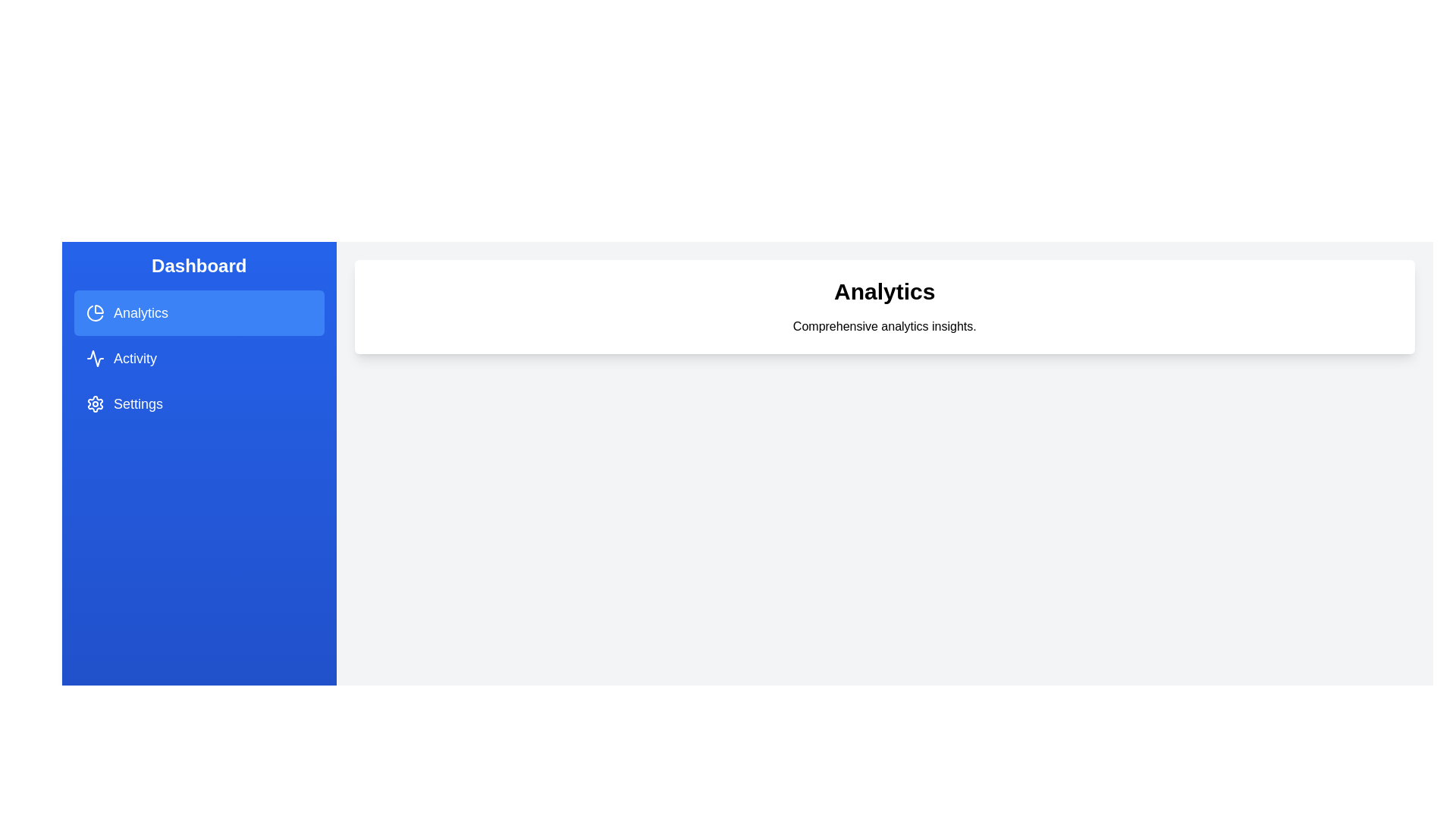 The width and height of the screenshot is (1456, 819). I want to click on the second slice of the pie chart within the SVG icon located in the left sidebar, adjacent to the 'Analytics' menu label, so click(94, 312).